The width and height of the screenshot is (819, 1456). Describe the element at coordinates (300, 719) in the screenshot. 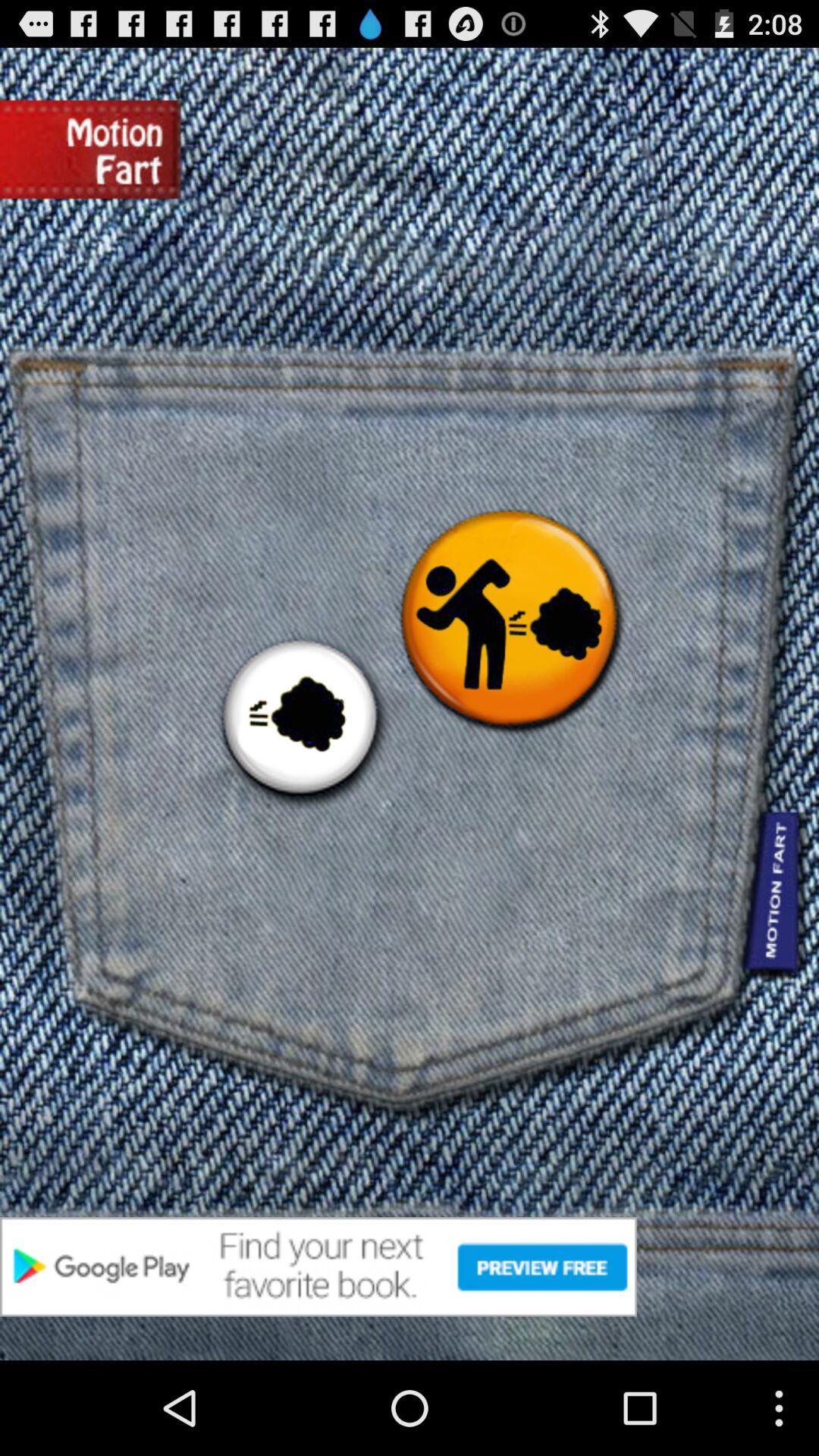

I see `press to make fart sound` at that location.